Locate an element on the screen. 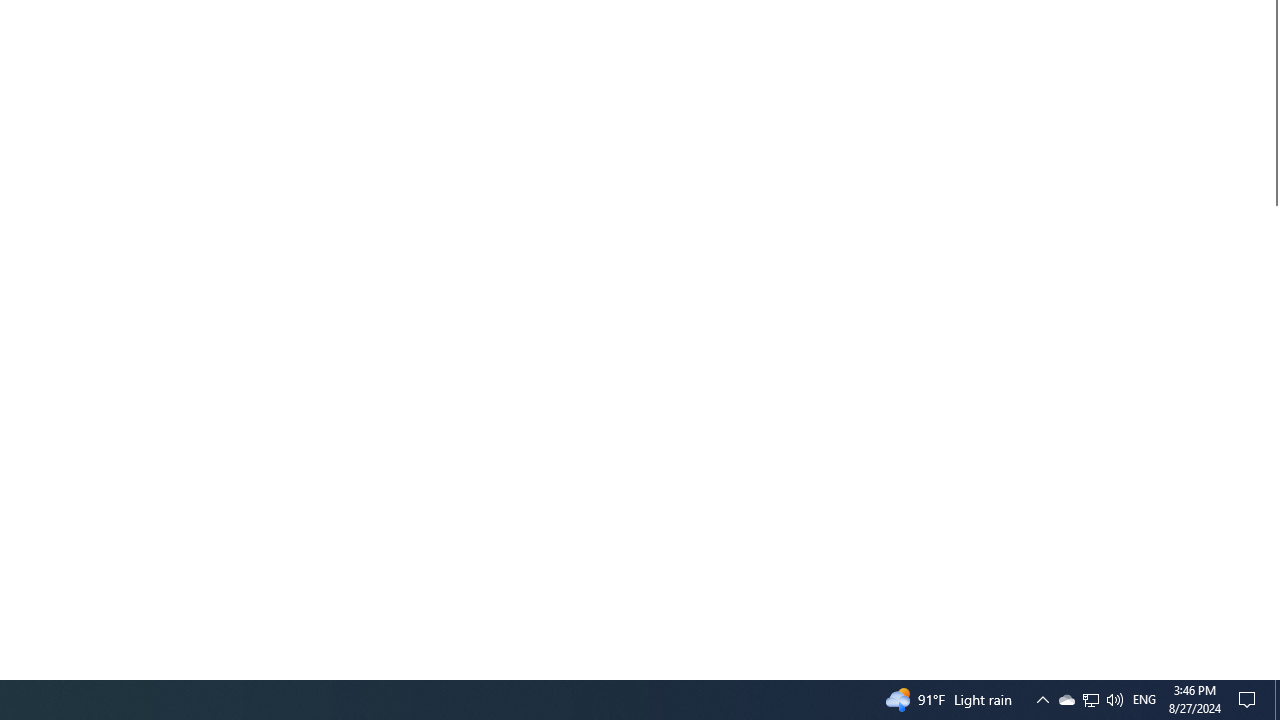 The height and width of the screenshot is (720, 1280). 'Vertical Small Increase' is located at coordinates (1271, 671).